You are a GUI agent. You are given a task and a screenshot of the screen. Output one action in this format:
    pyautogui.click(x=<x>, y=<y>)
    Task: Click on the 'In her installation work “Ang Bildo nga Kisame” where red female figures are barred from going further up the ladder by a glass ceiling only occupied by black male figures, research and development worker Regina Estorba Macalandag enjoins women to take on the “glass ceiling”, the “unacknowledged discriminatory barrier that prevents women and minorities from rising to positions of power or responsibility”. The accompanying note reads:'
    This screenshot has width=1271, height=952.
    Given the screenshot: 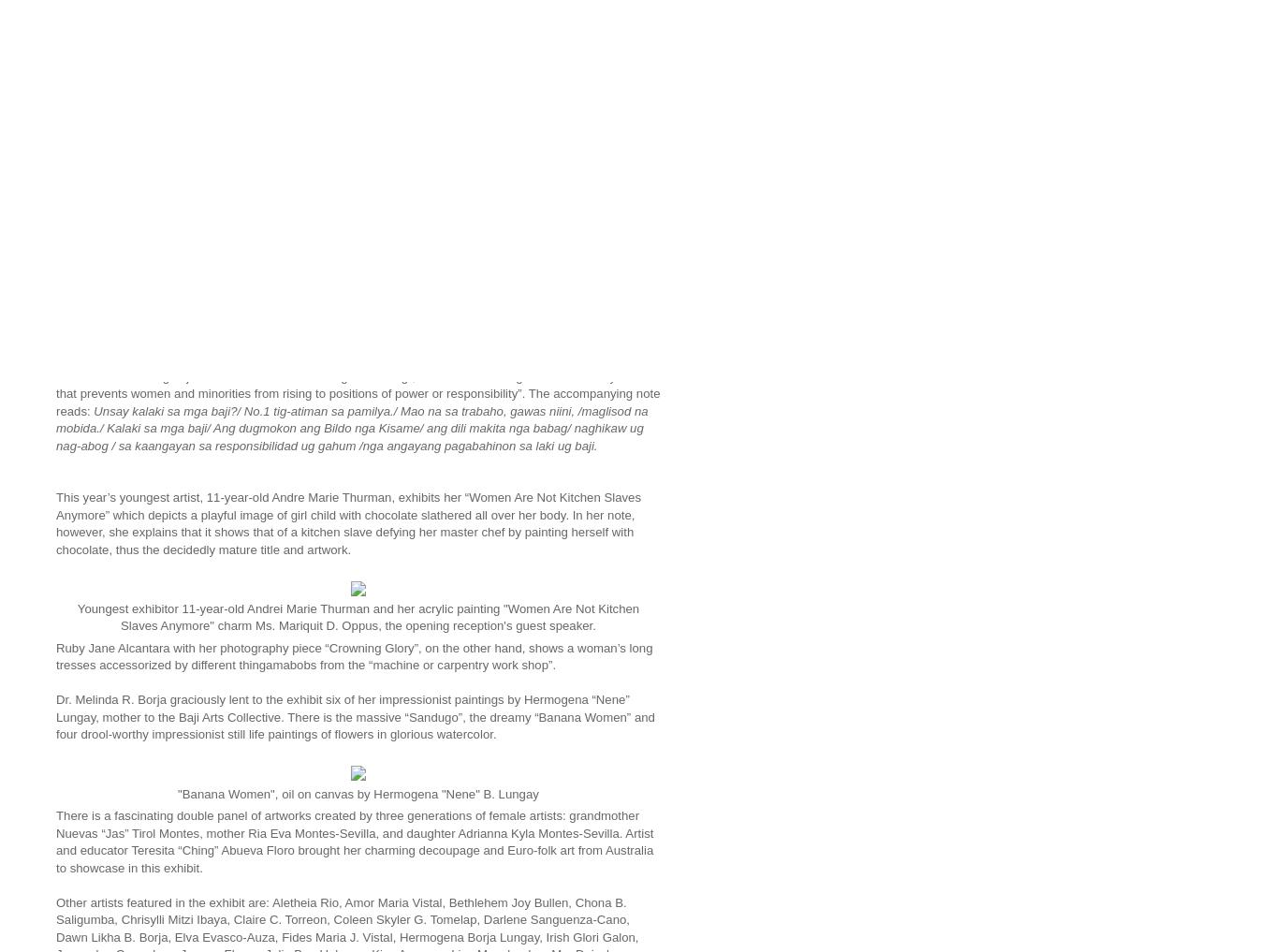 What is the action you would take?
    pyautogui.click(x=358, y=375)
    